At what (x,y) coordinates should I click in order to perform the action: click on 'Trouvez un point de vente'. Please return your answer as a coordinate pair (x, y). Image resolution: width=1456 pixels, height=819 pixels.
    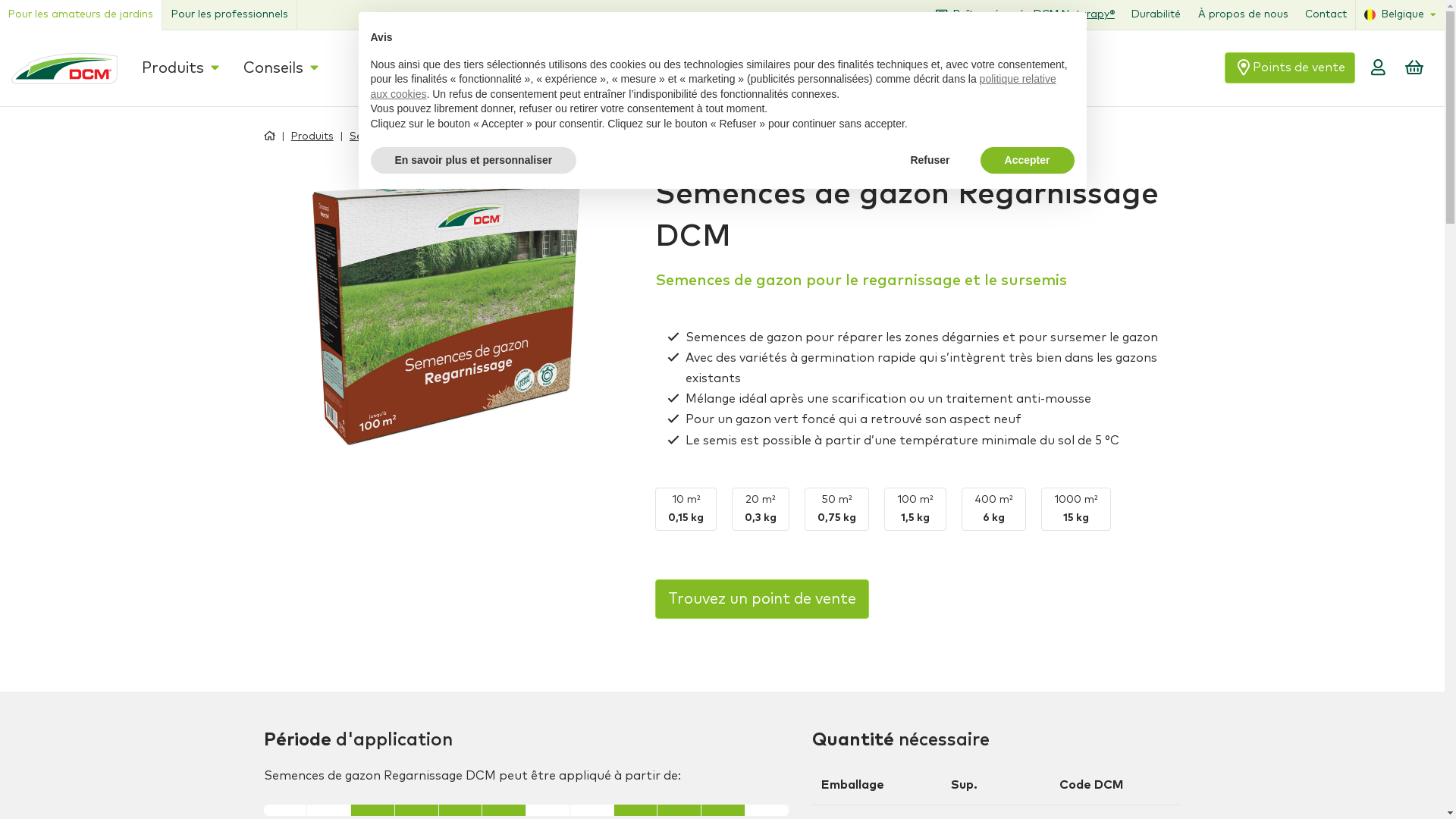
    Looking at the image, I should click on (761, 598).